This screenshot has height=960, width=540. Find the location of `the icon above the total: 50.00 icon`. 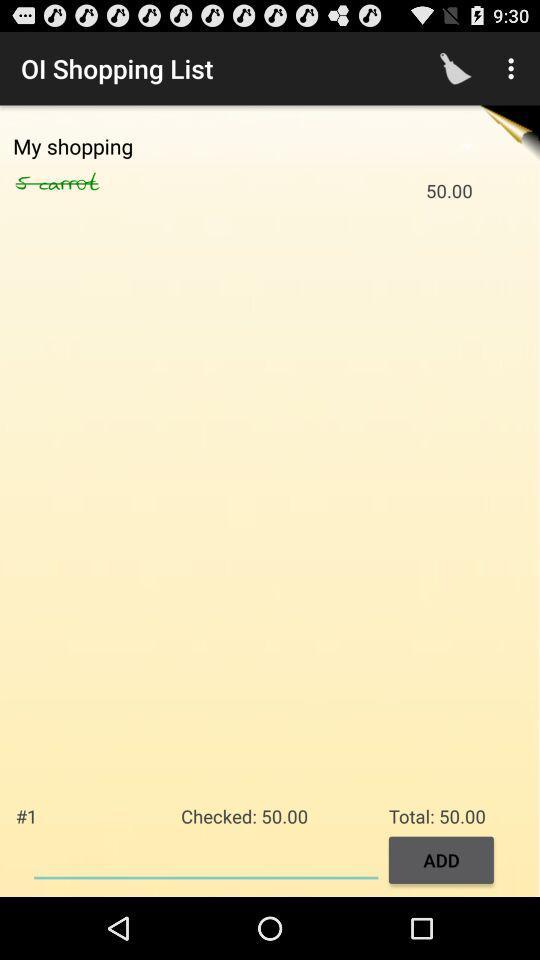

the icon above the total: 50.00 icon is located at coordinates (513, 68).